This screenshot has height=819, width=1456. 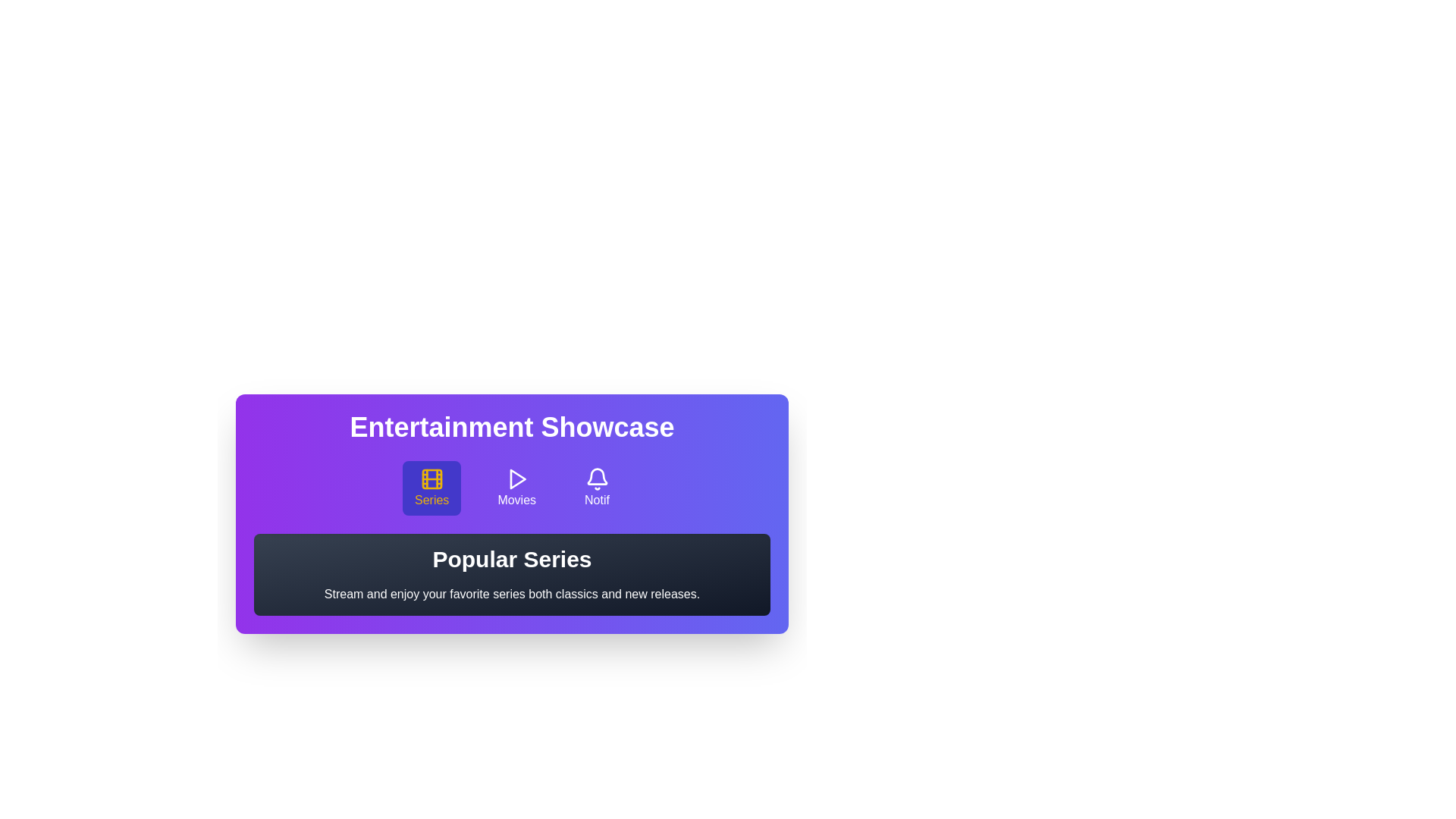 What do you see at coordinates (518, 479) in the screenshot?
I see `the 'Movies' icon, which is the second icon in a row of three, located in the purple header section` at bounding box center [518, 479].